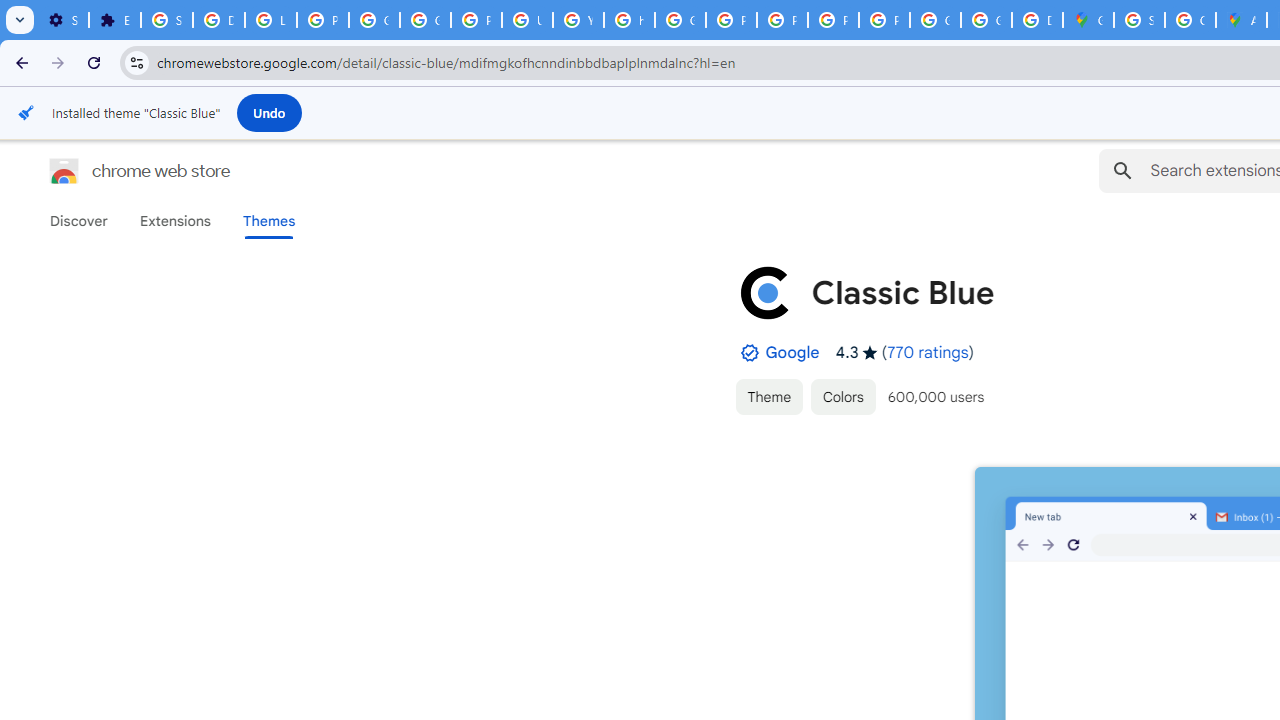 The width and height of the screenshot is (1280, 720). Describe the element at coordinates (577, 20) in the screenshot. I see `'YouTube'` at that location.